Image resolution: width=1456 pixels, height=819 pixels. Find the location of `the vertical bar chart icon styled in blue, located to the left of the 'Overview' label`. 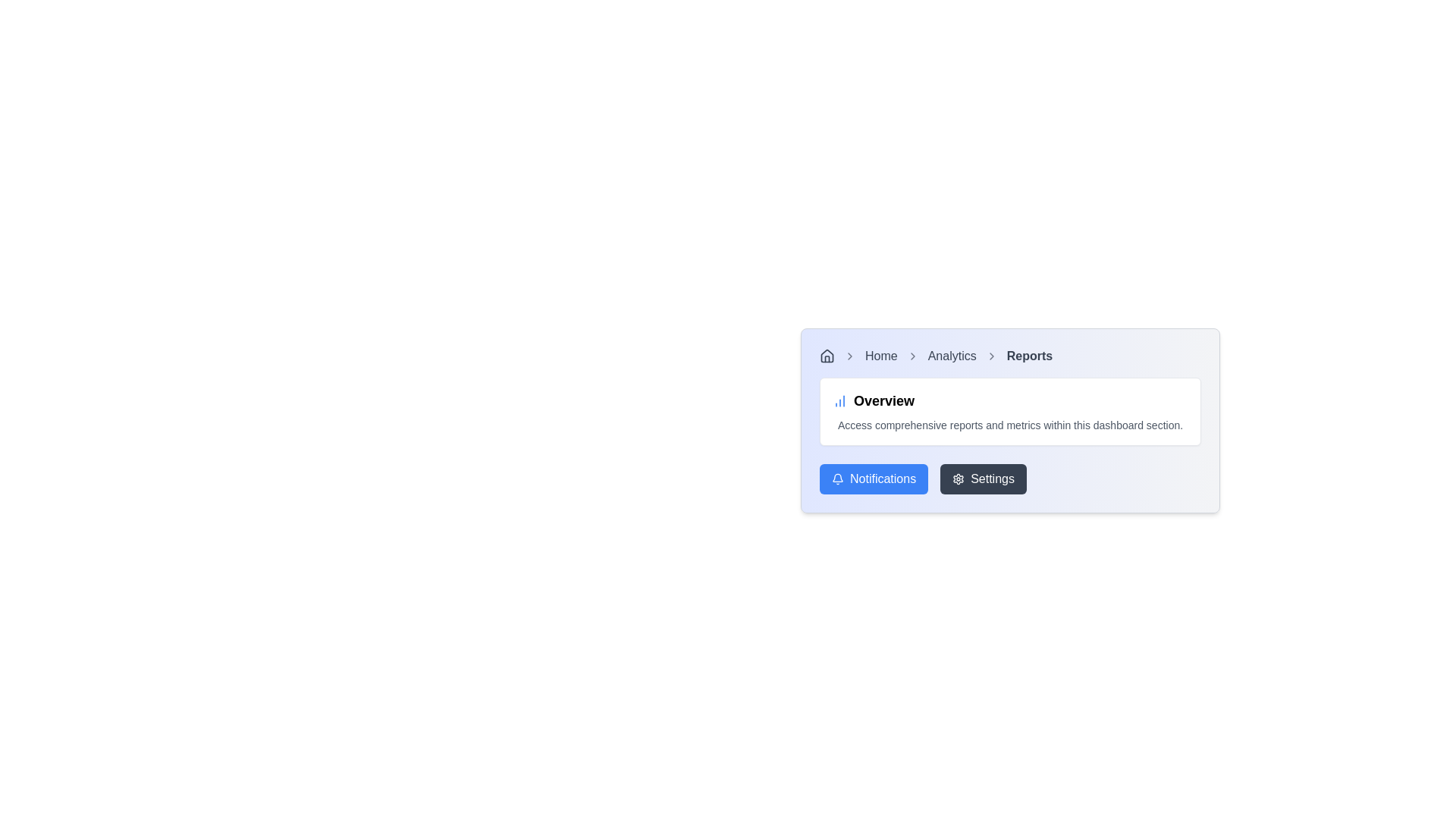

the vertical bar chart icon styled in blue, located to the left of the 'Overview' label is located at coordinates (839, 400).